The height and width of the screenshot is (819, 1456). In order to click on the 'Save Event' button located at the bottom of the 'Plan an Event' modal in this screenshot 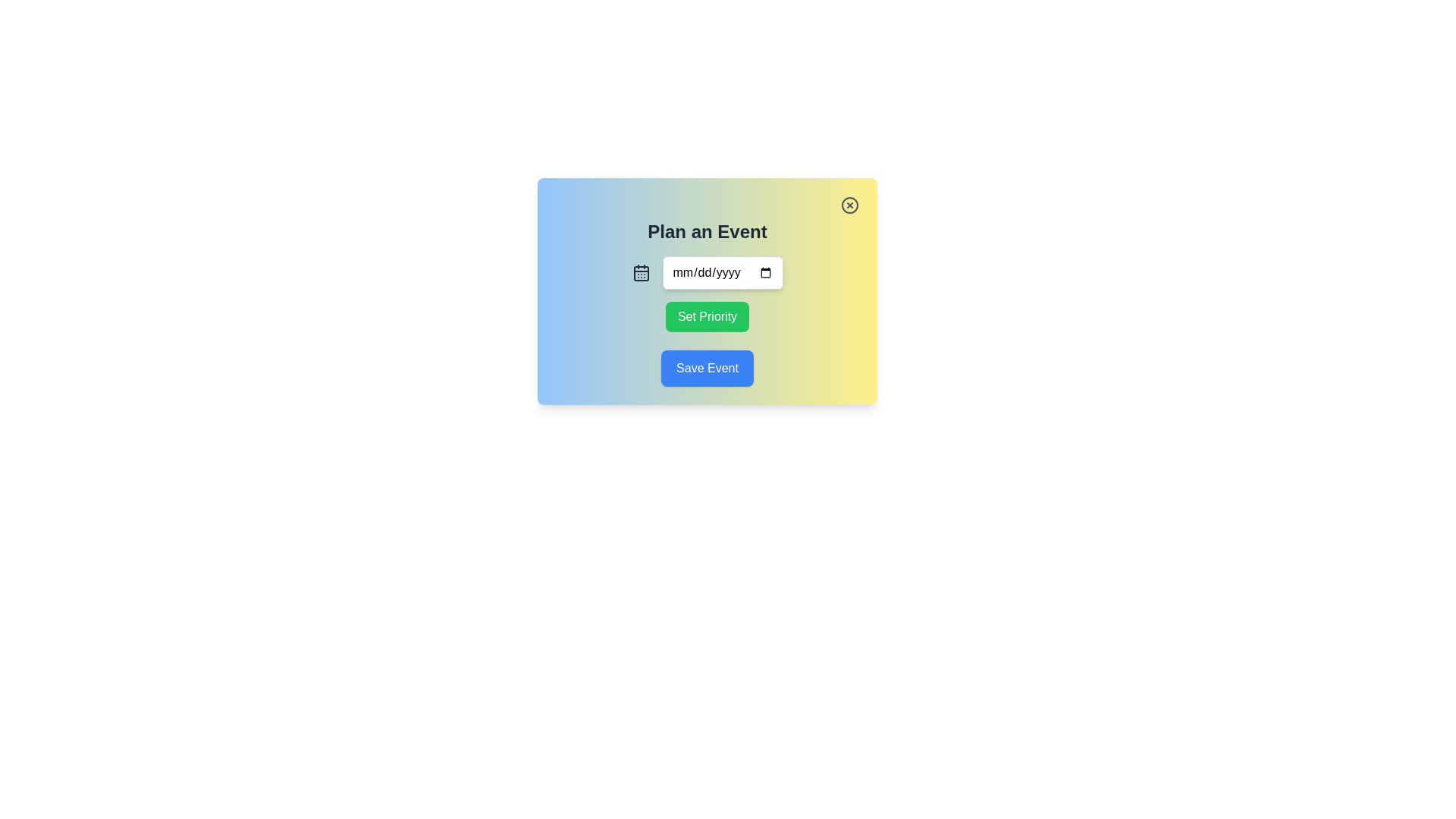, I will do `click(706, 369)`.